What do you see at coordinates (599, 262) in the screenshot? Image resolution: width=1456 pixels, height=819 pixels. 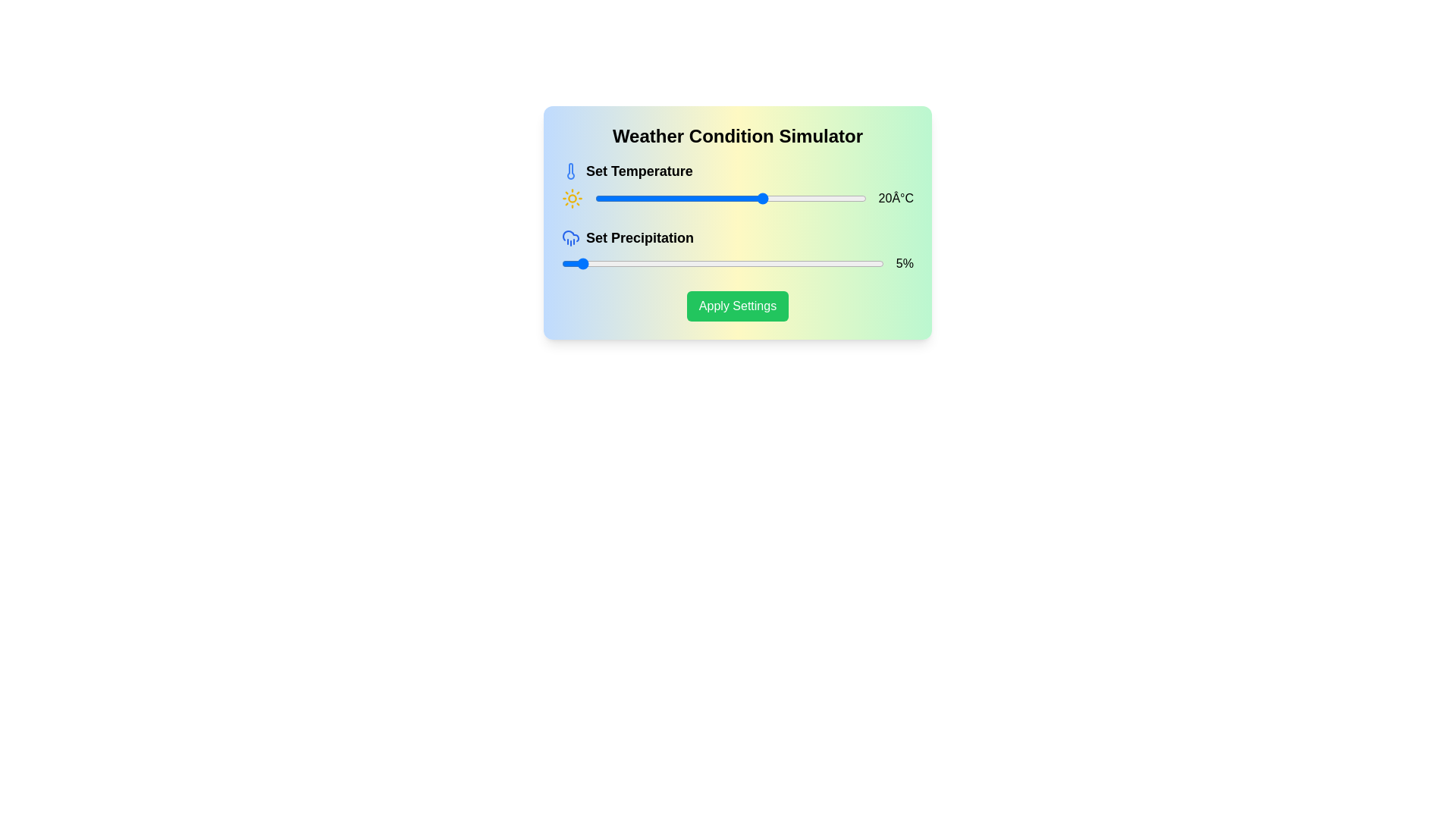 I see `the precipitation slider to 12%` at bounding box center [599, 262].